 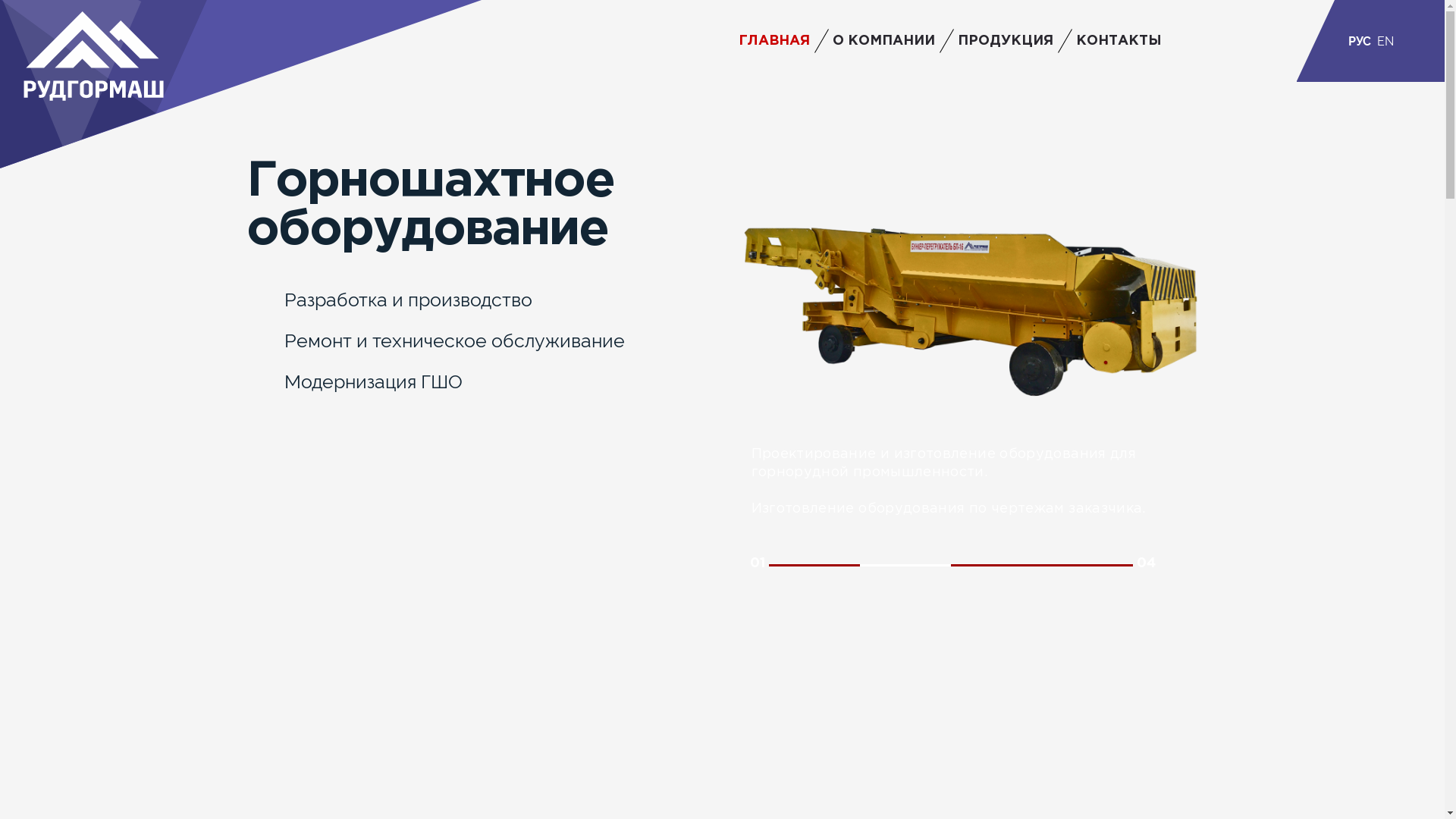 What do you see at coordinates (1087, 565) in the screenshot?
I see `'4'` at bounding box center [1087, 565].